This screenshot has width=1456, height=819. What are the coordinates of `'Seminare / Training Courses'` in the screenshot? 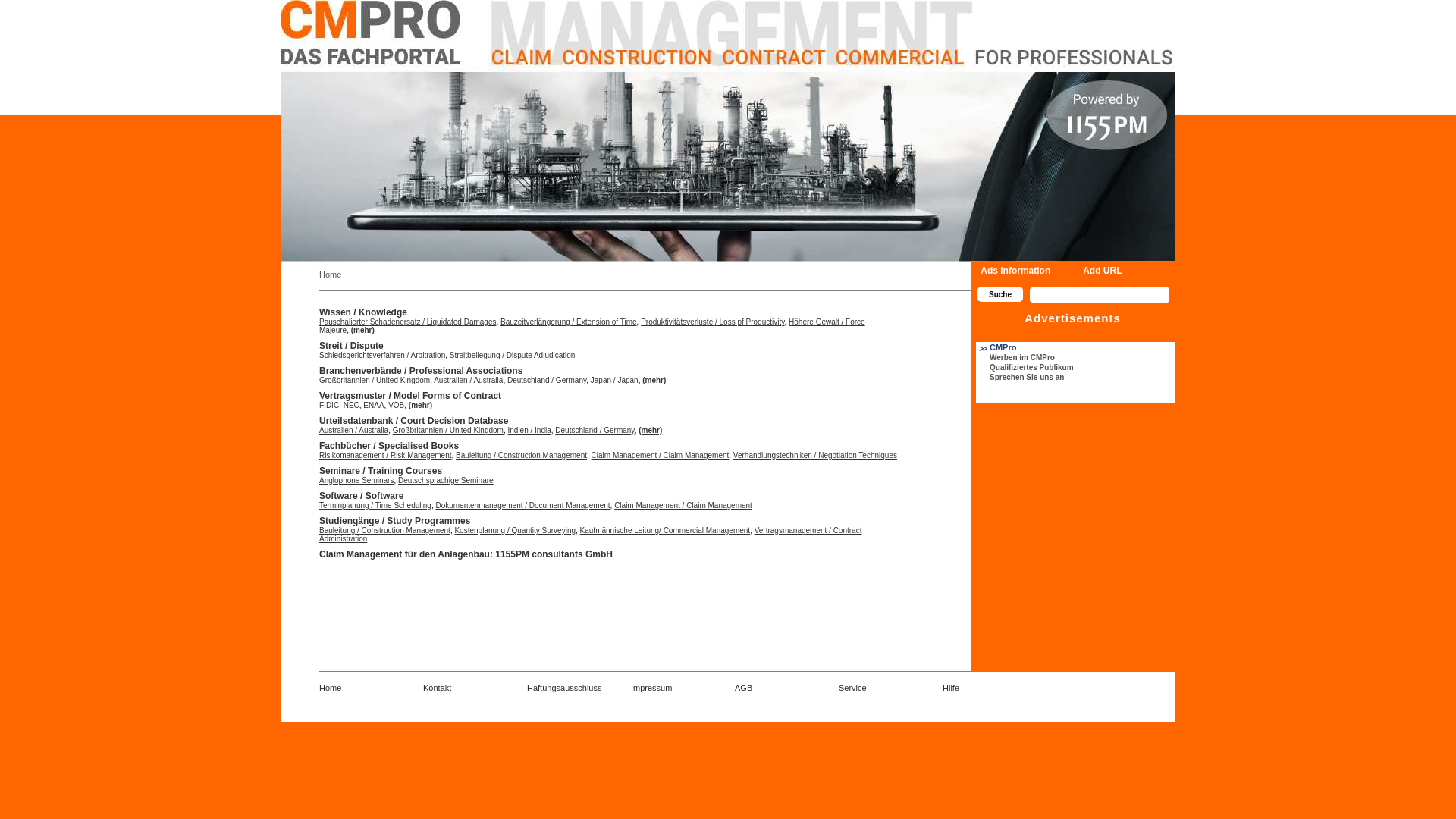 It's located at (381, 470).